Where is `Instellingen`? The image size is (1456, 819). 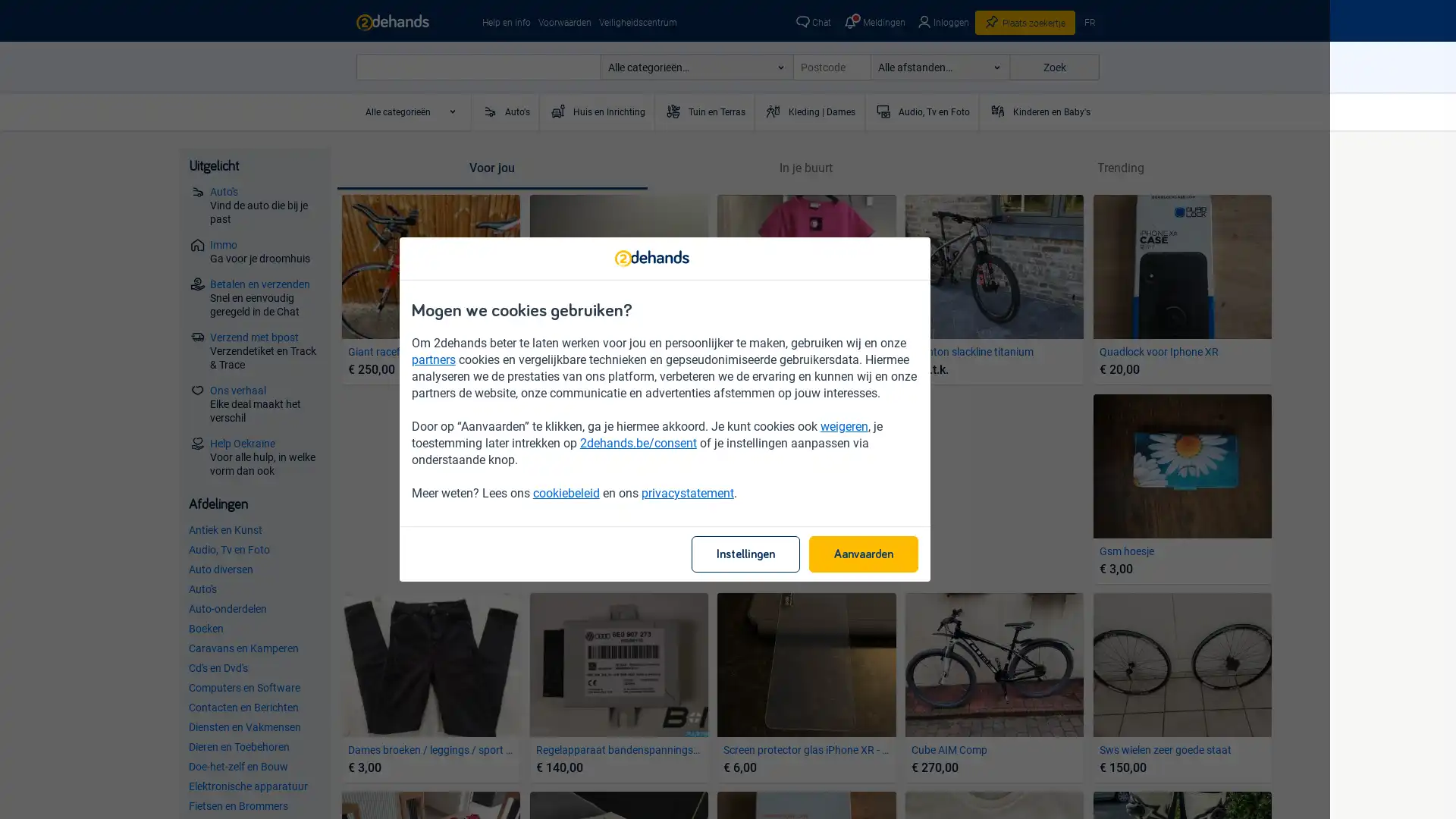 Instellingen is located at coordinates (808, 554).